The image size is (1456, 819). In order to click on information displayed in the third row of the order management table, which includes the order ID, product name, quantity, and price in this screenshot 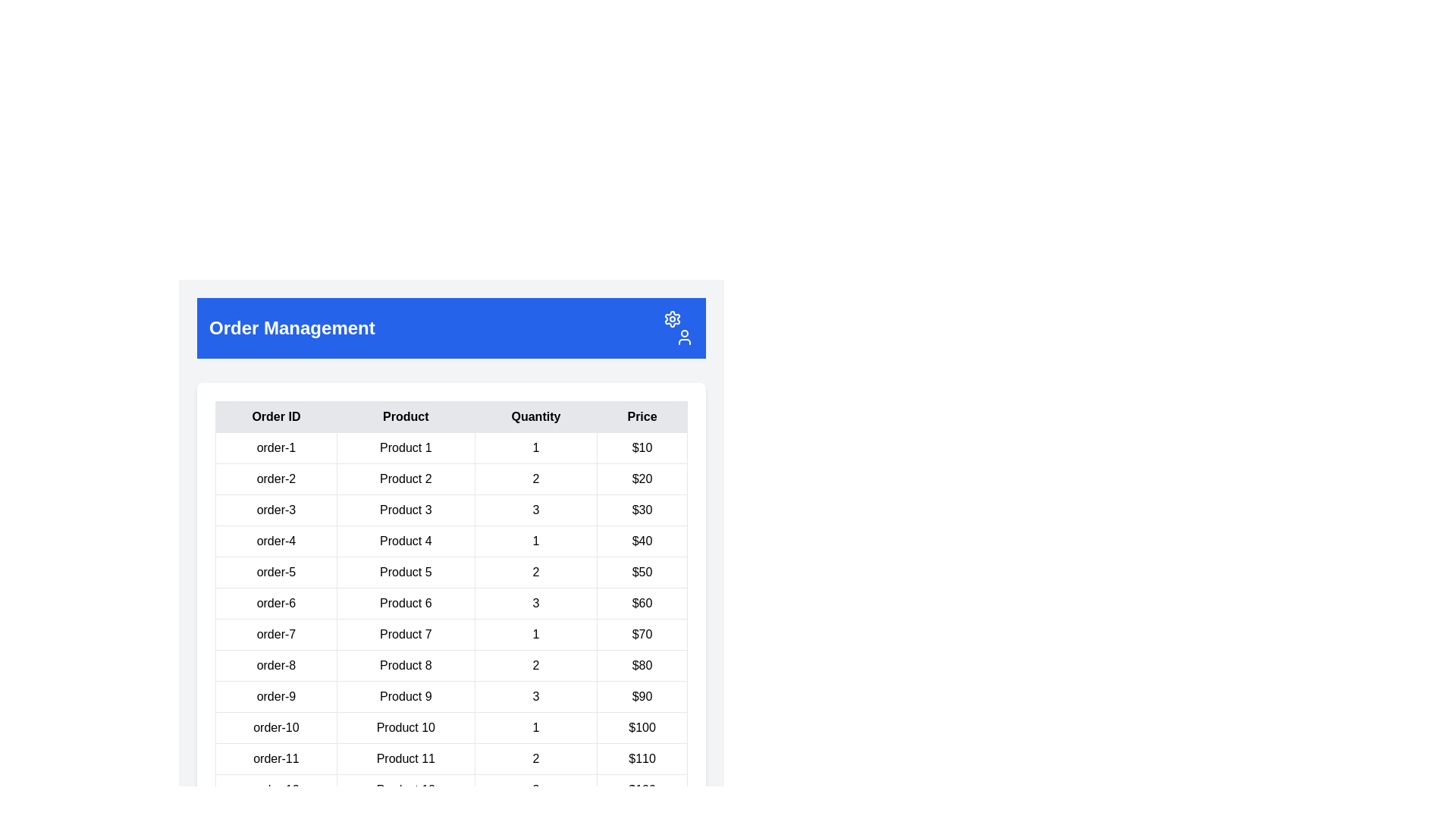, I will do `click(450, 510)`.